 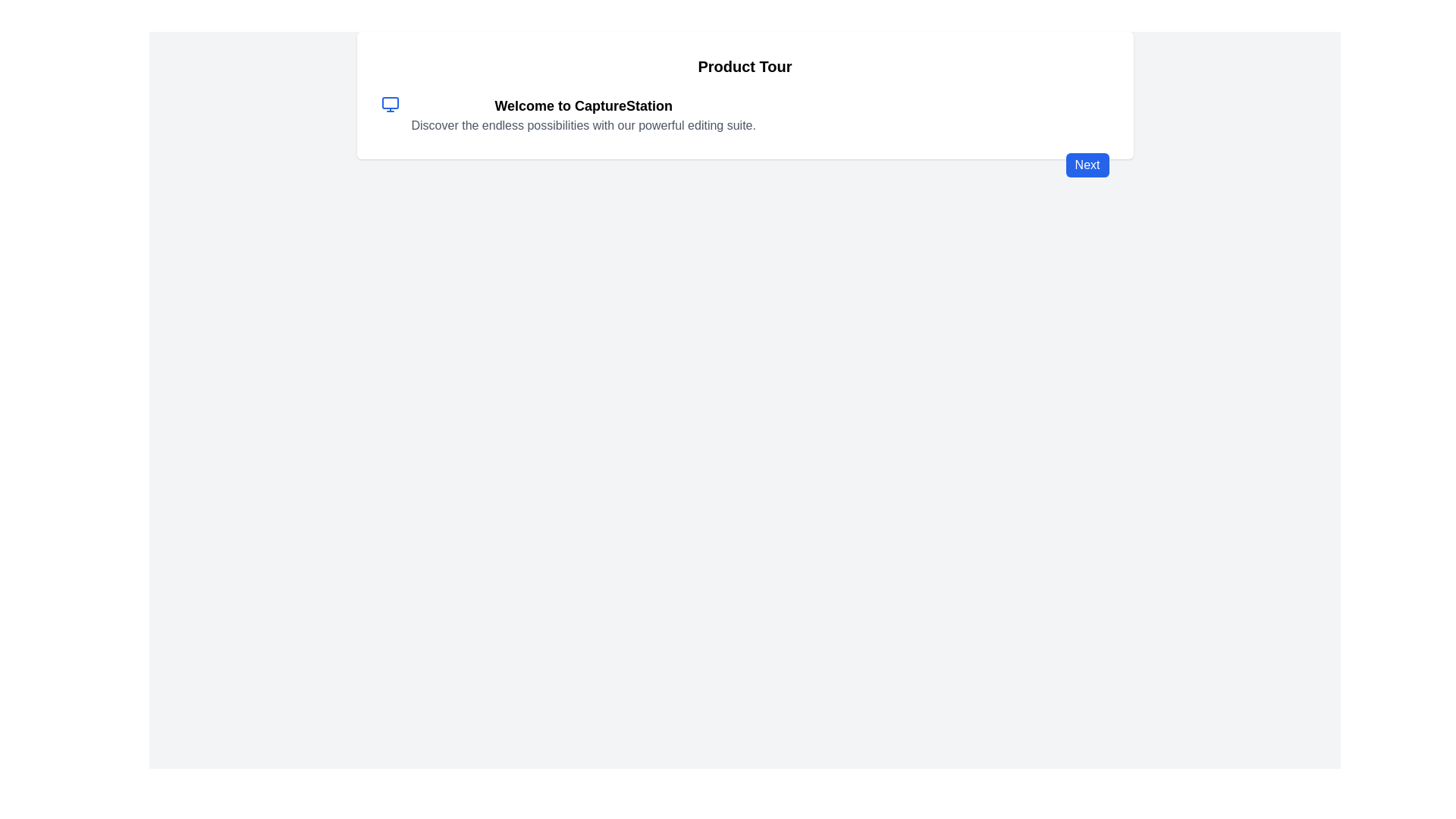 What do you see at coordinates (1087, 165) in the screenshot?
I see `the rectangular blue button labeled 'Next' with white bold text to observe the hover effect` at bounding box center [1087, 165].